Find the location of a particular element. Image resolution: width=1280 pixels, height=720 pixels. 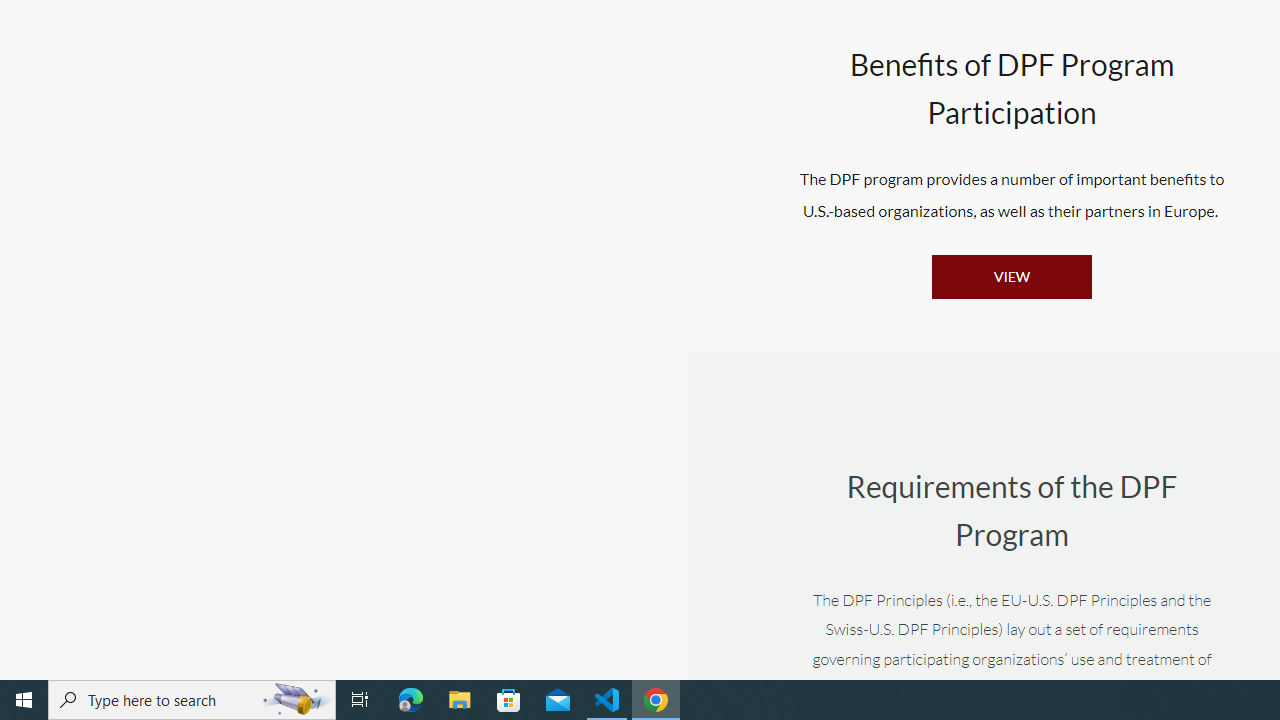

'VIEW' is located at coordinates (1011, 276).